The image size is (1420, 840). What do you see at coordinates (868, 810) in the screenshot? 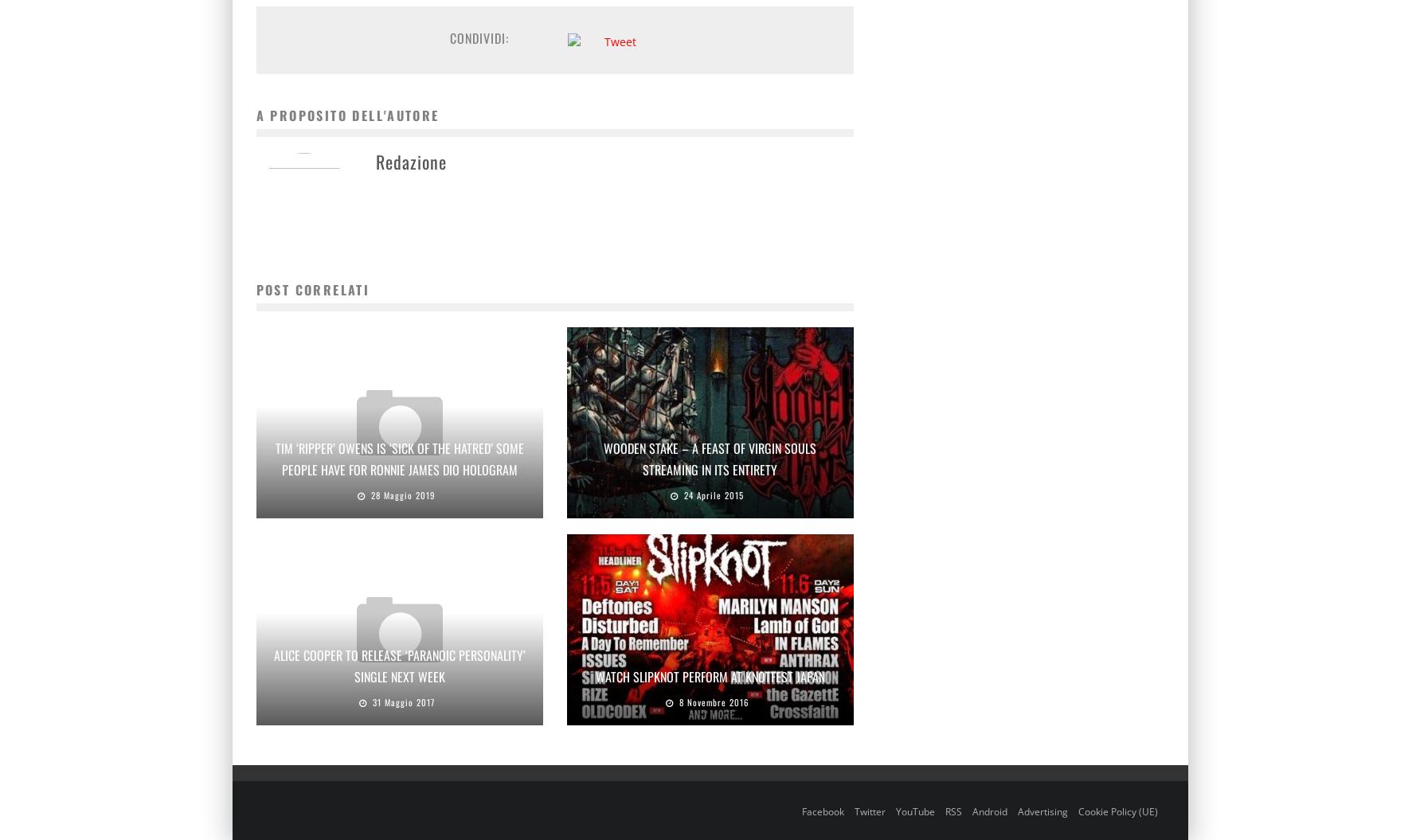
I see `'Twitter'` at bounding box center [868, 810].